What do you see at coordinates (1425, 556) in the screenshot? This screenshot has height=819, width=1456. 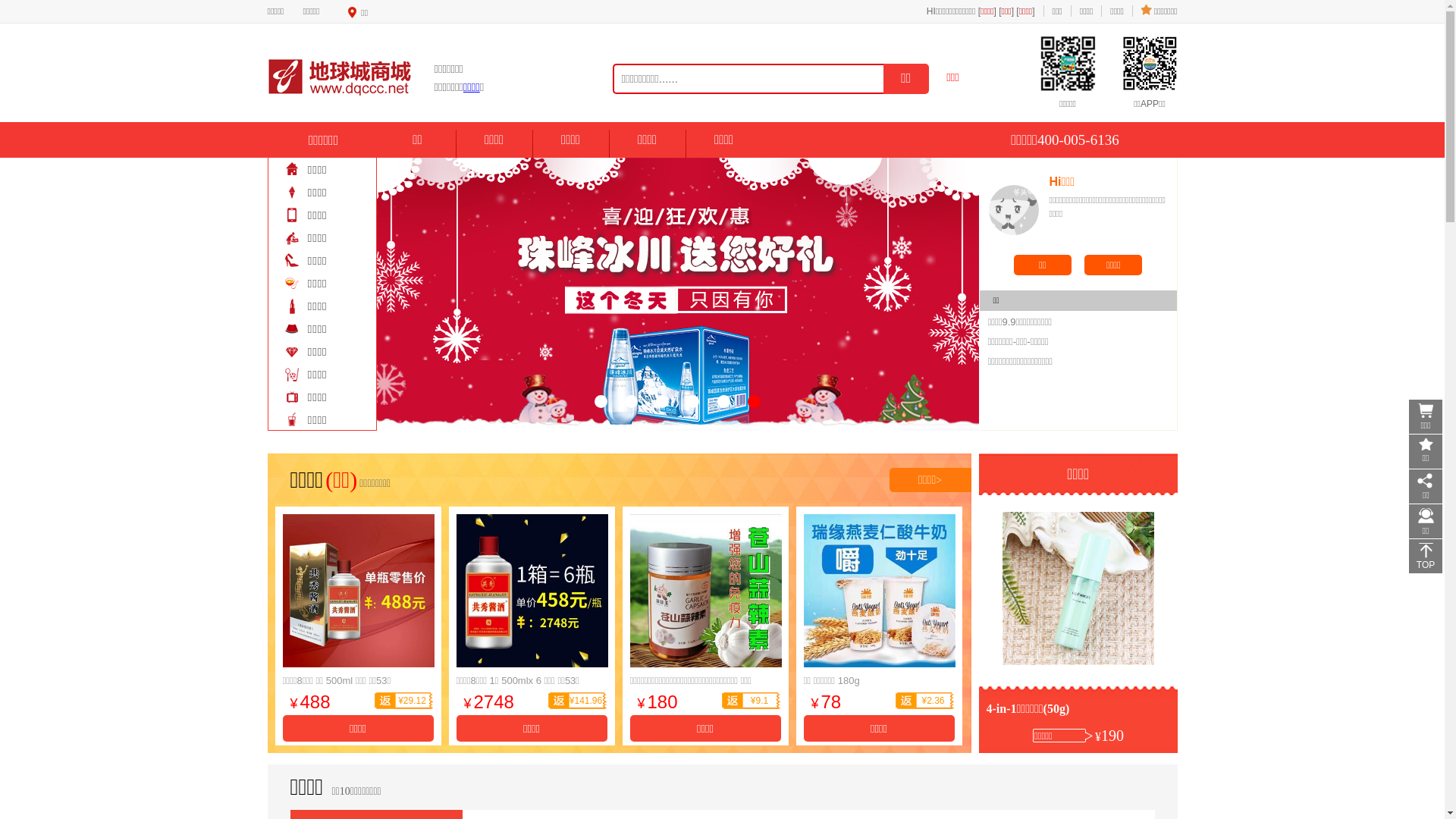 I see `'TOP'` at bounding box center [1425, 556].